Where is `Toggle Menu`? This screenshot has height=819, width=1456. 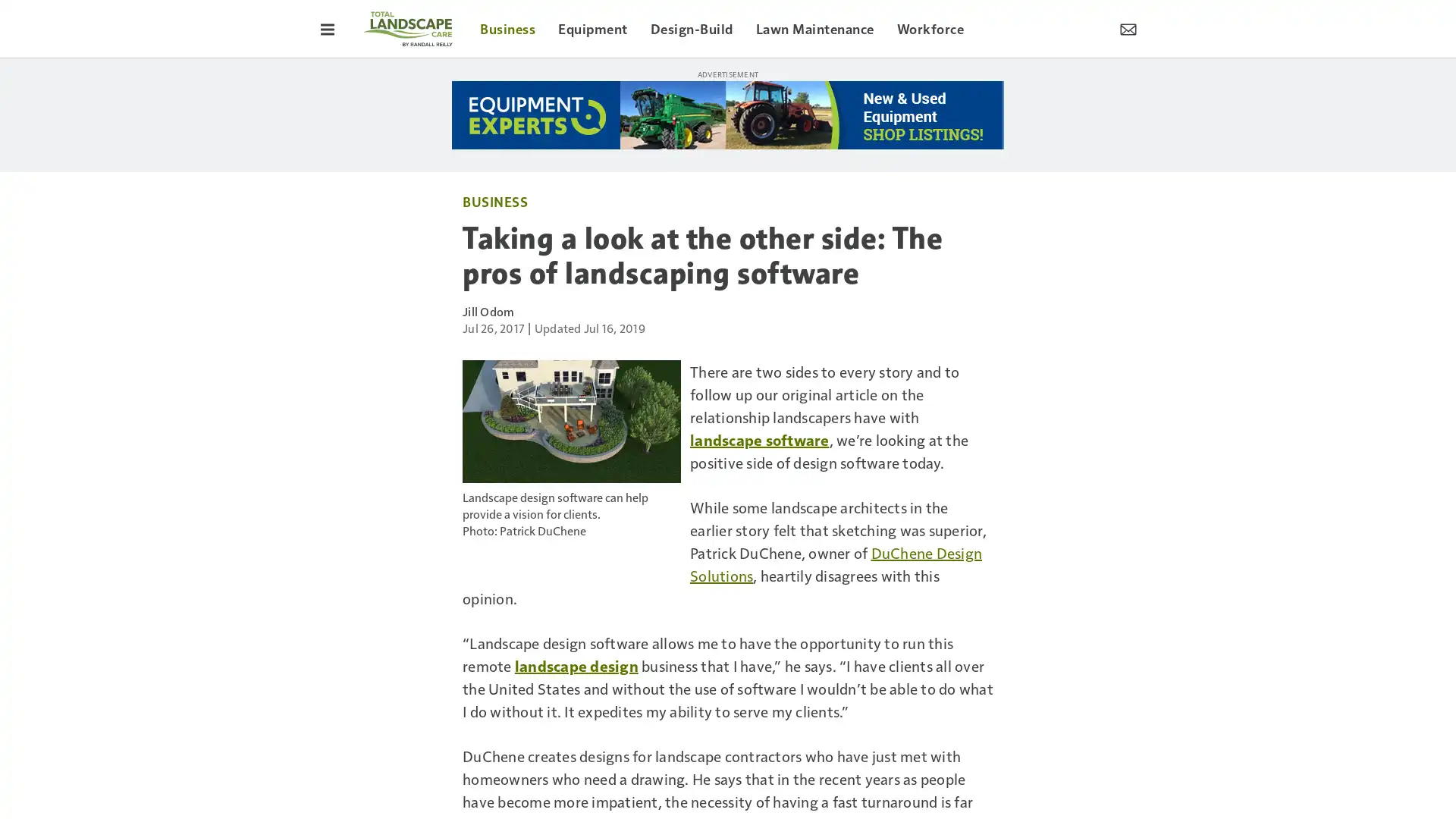
Toggle Menu is located at coordinates (327, 28).